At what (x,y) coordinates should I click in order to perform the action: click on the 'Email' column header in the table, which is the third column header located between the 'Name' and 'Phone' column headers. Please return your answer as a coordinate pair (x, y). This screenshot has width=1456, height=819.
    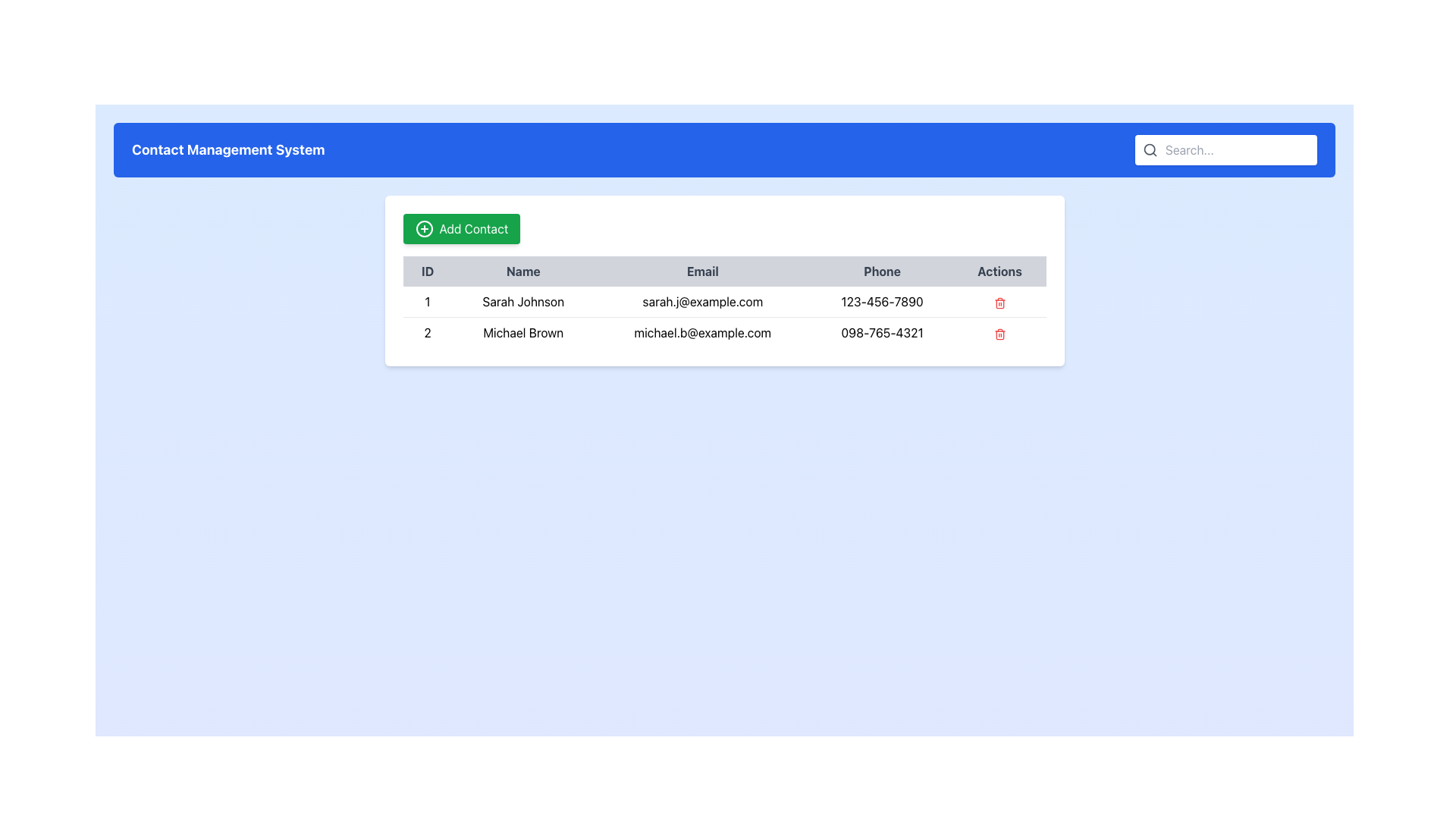
    Looking at the image, I should click on (701, 271).